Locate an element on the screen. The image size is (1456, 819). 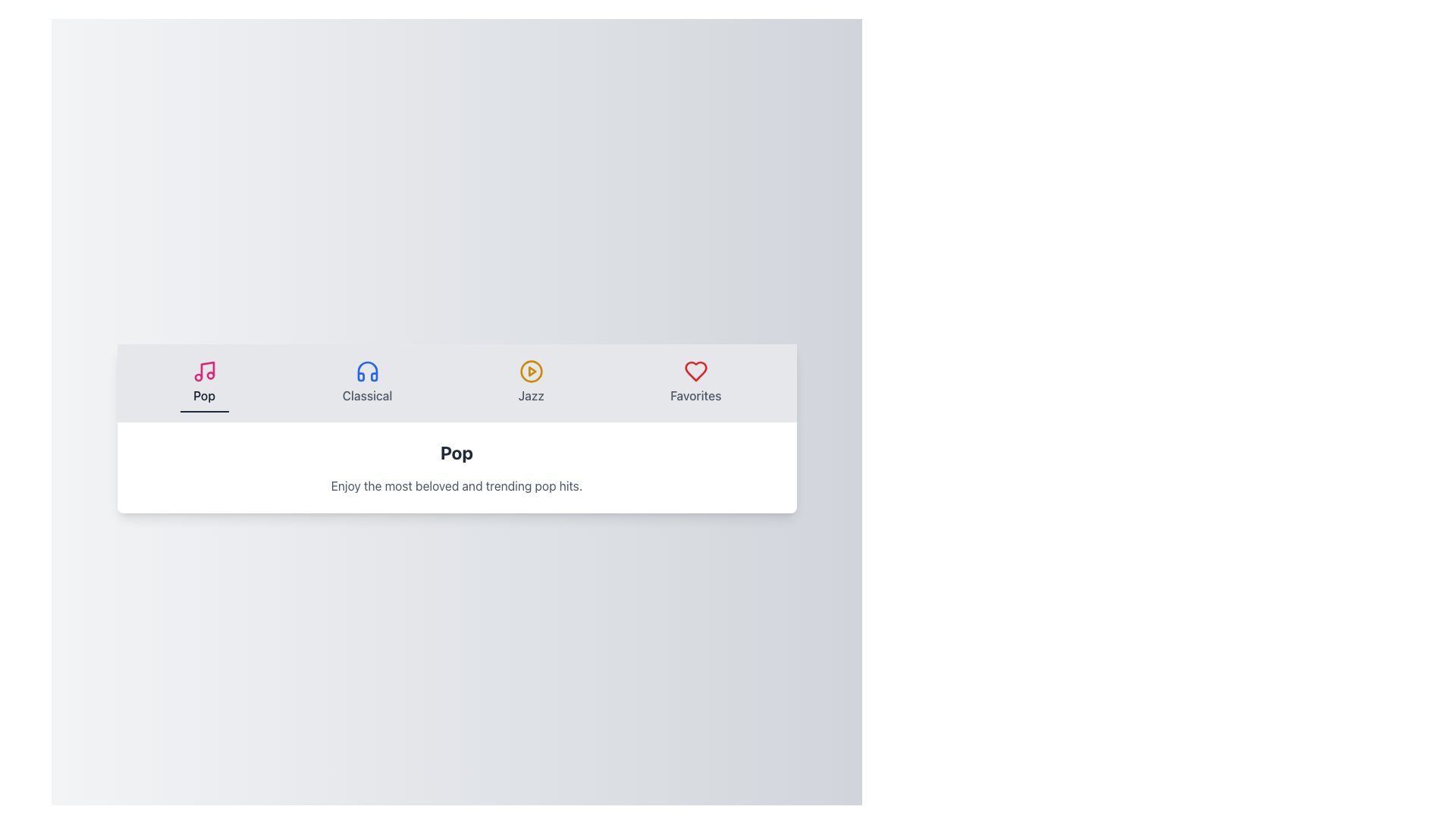
the heart-shaped red icon in the 'Favorites' section of the bottom navigation menu to interact or navigate is located at coordinates (695, 371).